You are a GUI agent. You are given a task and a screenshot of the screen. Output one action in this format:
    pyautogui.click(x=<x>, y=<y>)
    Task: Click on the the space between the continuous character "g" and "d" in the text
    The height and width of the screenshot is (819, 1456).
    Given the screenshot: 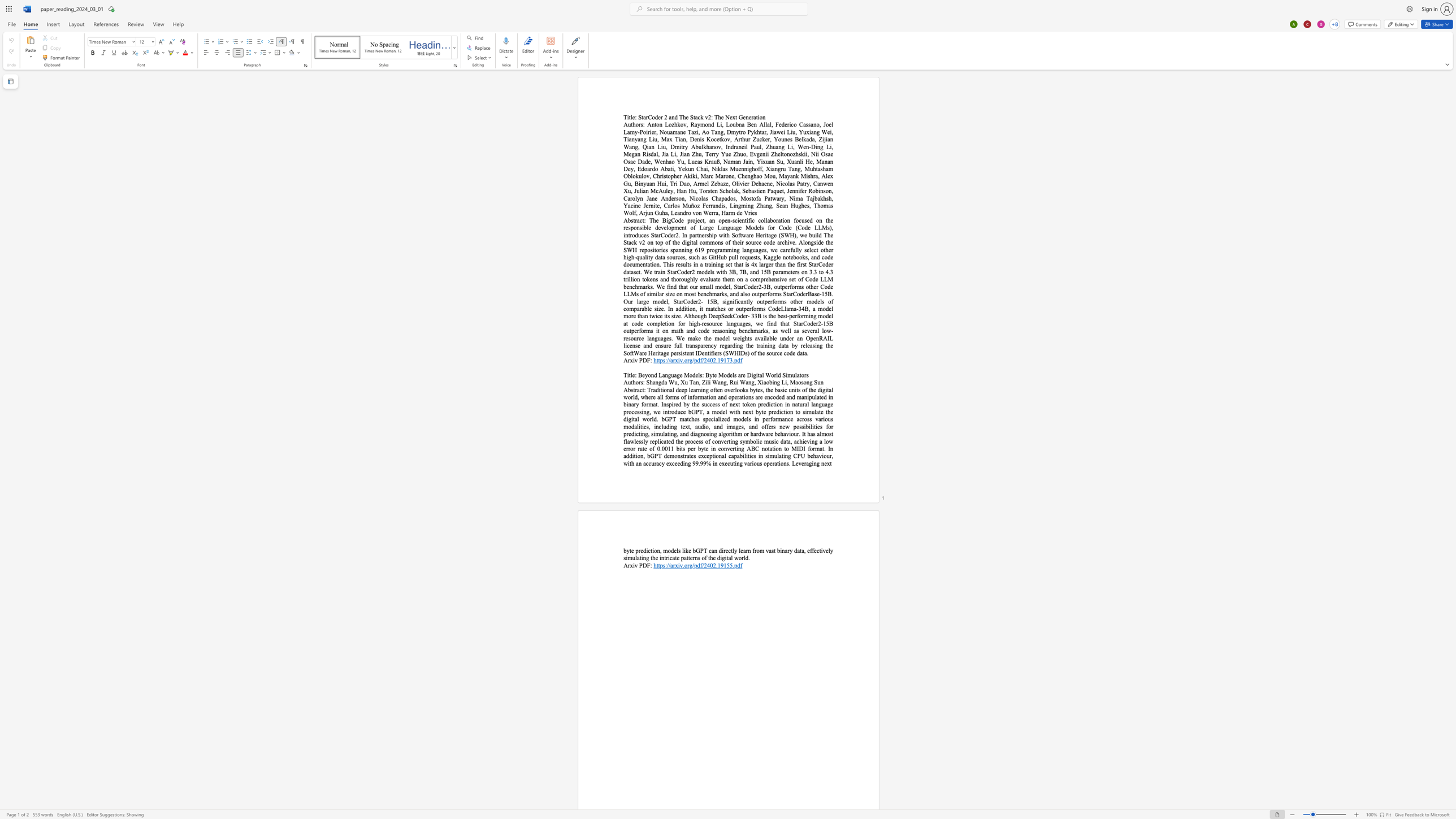 What is the action you would take?
    pyautogui.click(x=661, y=382)
    